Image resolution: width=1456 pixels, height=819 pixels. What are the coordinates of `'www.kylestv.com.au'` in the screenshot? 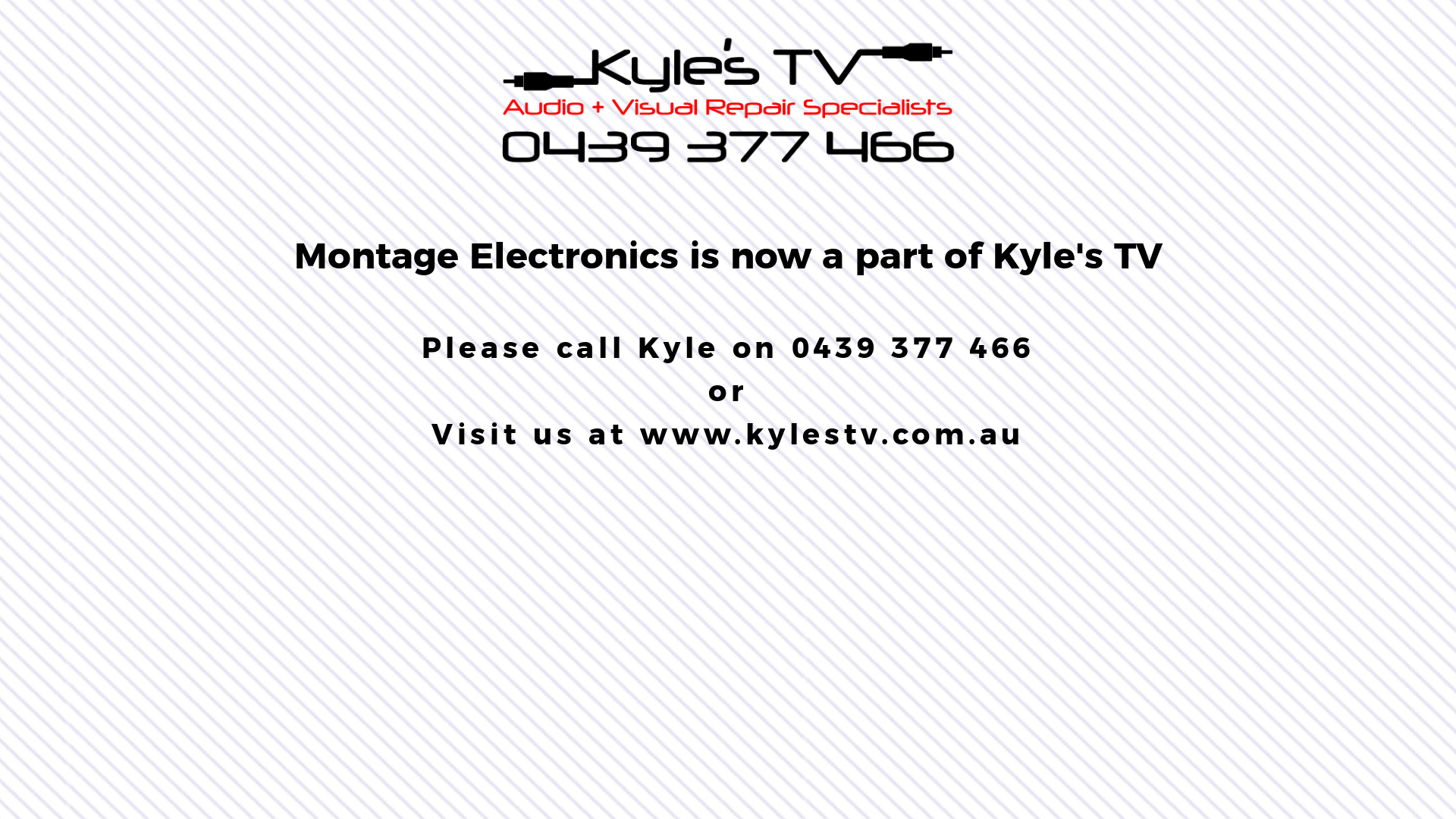 It's located at (831, 434).